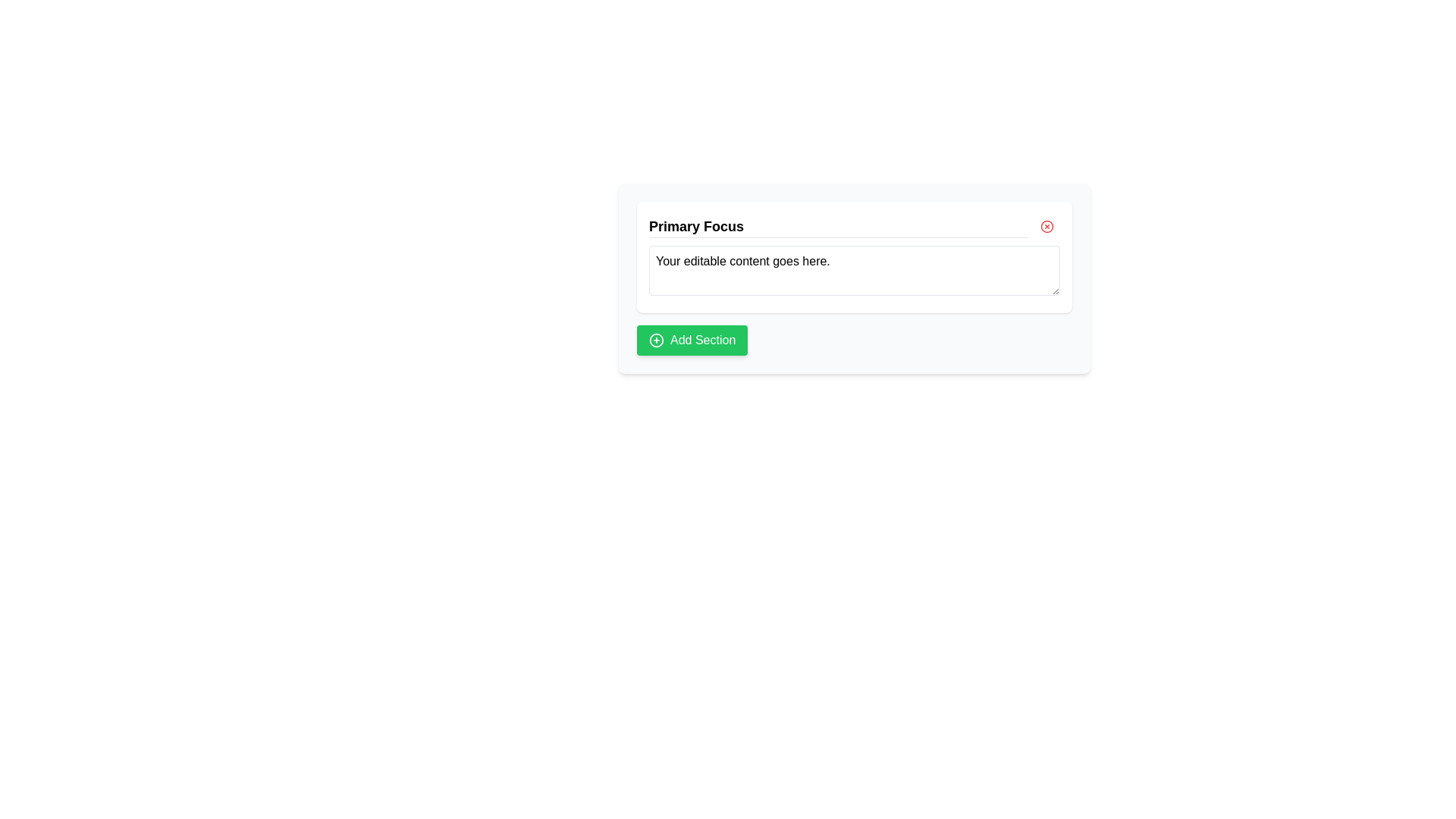 The width and height of the screenshot is (1456, 819). What do you see at coordinates (692, 339) in the screenshot?
I see `the 'Add Section' button, which is a green rectangular button with rounded corners, containing a white plus icon and the label 'Add Section' in white text, to observe any visual changes indicating interactivity` at bounding box center [692, 339].